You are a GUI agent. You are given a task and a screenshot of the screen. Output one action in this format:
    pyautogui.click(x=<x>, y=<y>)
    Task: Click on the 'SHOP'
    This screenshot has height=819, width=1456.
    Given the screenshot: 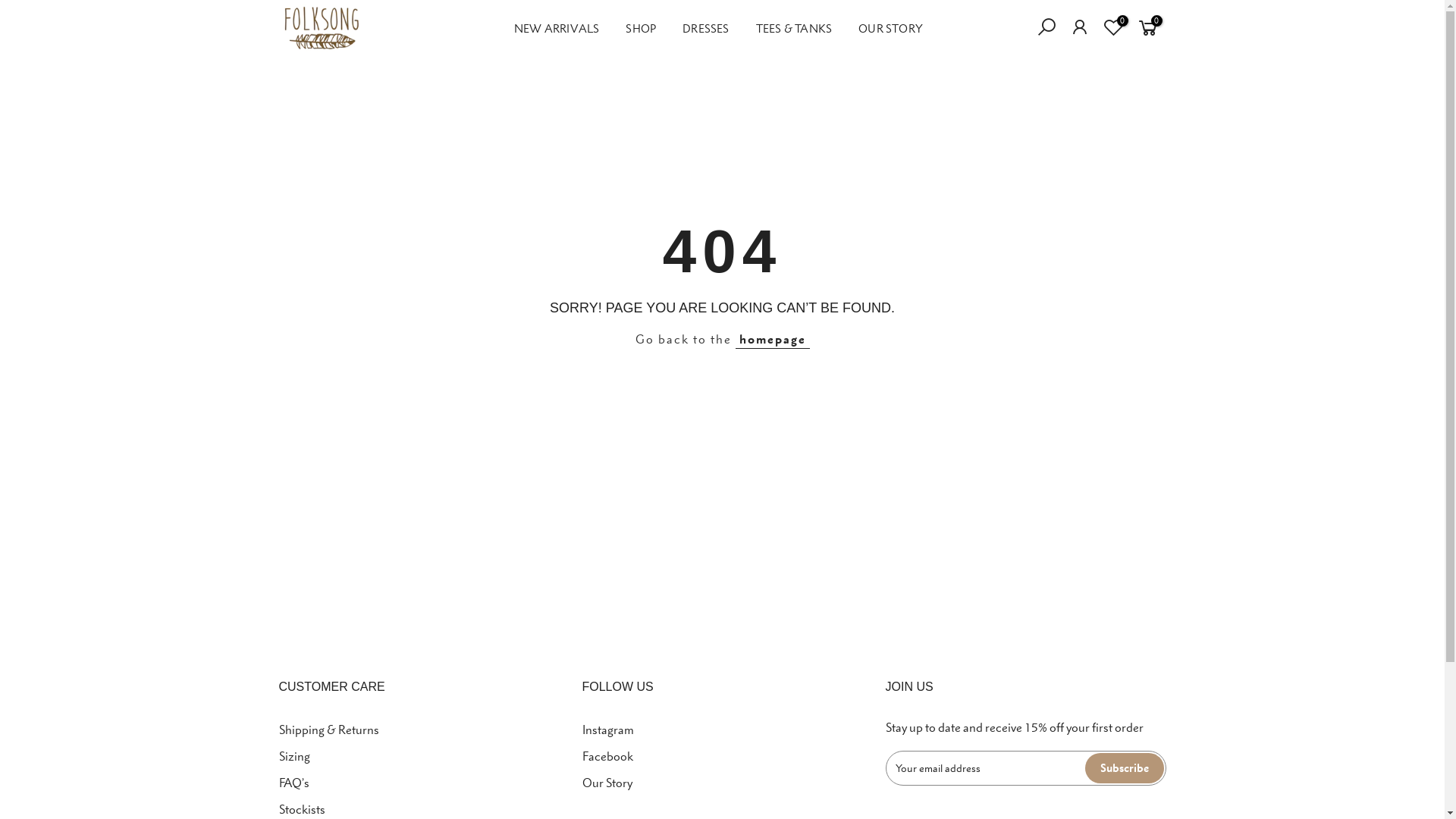 What is the action you would take?
    pyautogui.click(x=641, y=28)
    